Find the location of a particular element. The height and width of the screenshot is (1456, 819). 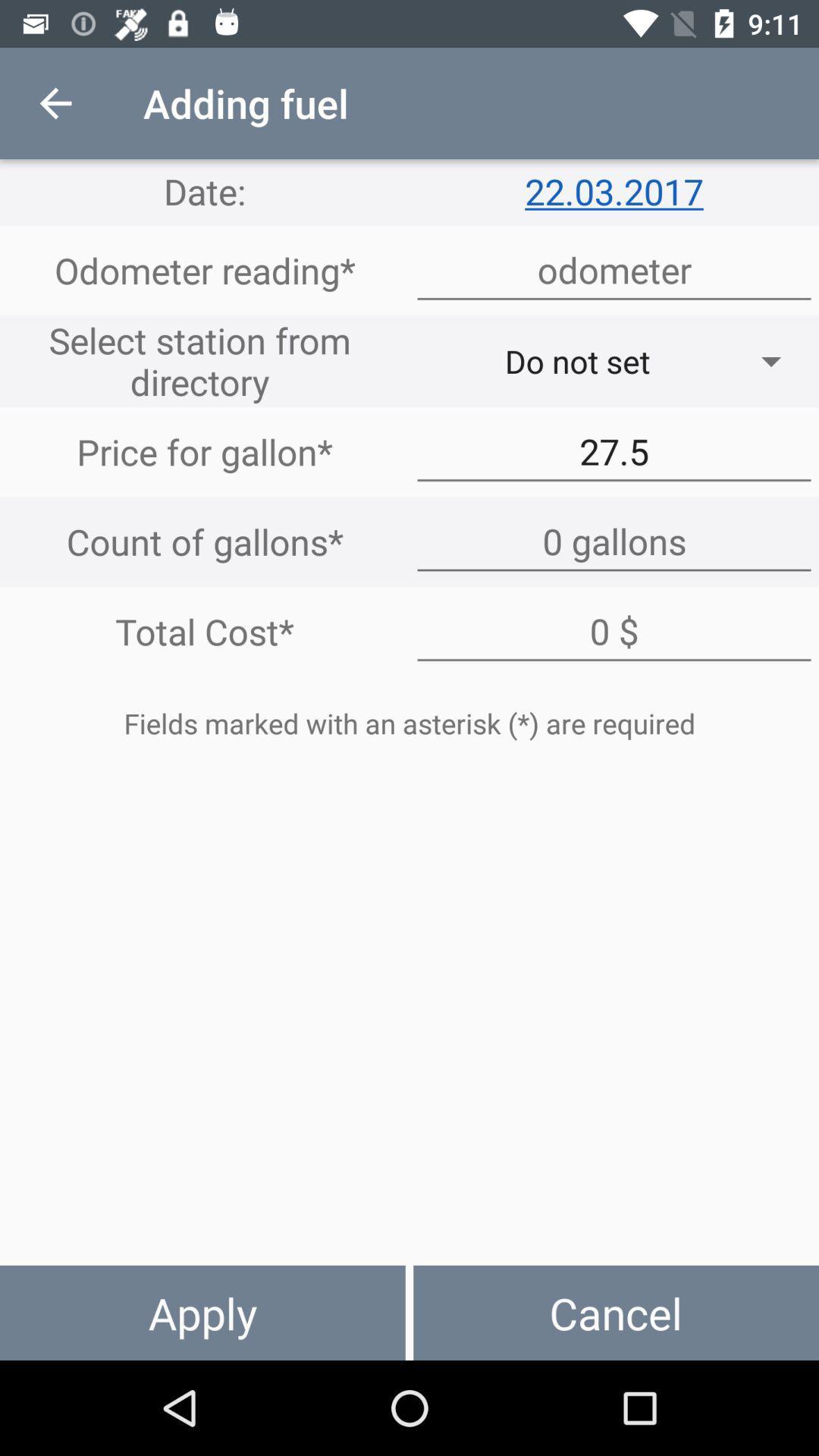

odometer entry is located at coordinates (614, 270).